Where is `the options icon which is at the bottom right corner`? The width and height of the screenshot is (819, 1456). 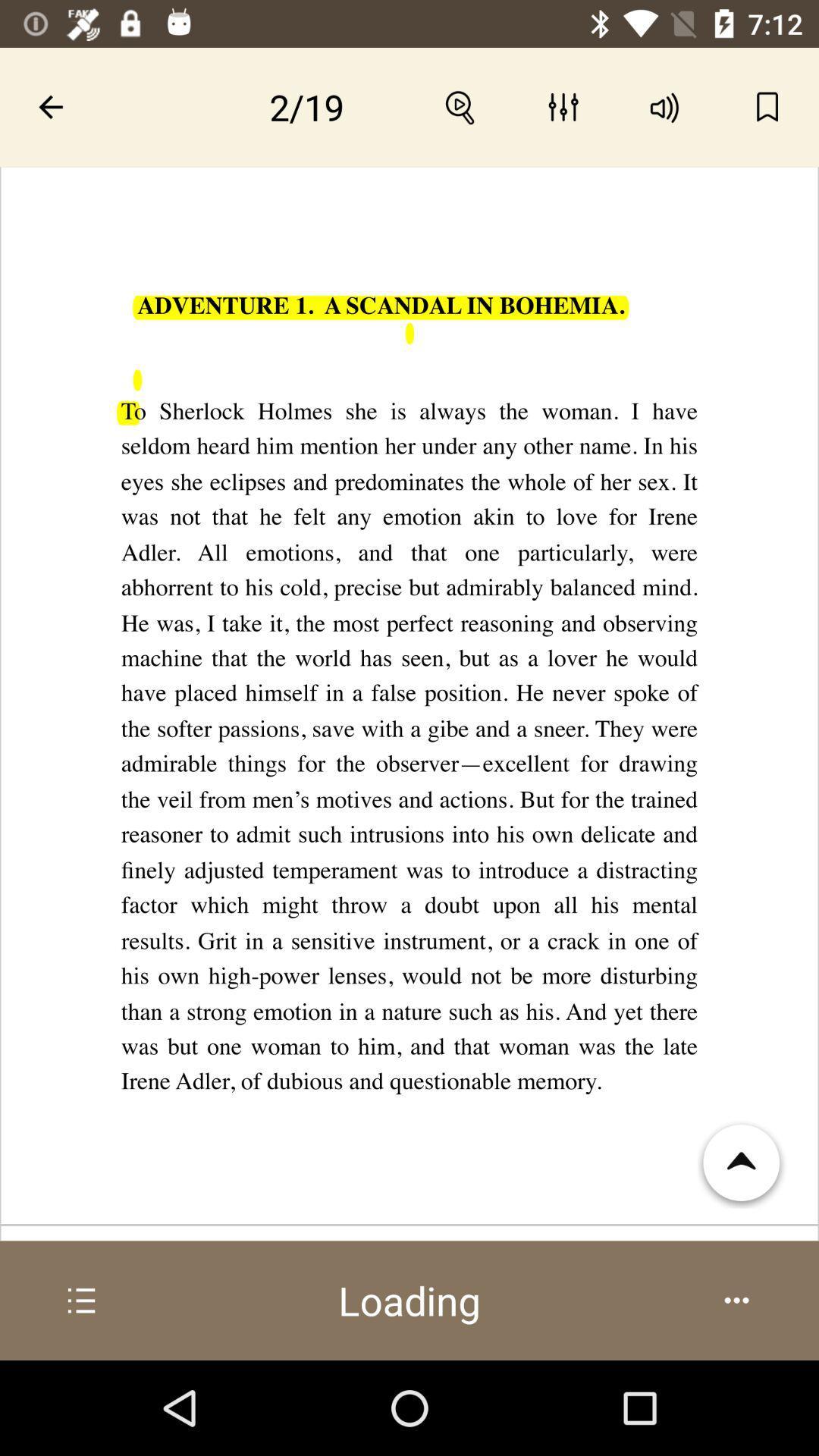
the options icon which is at the bottom right corner is located at coordinates (736, 1299).